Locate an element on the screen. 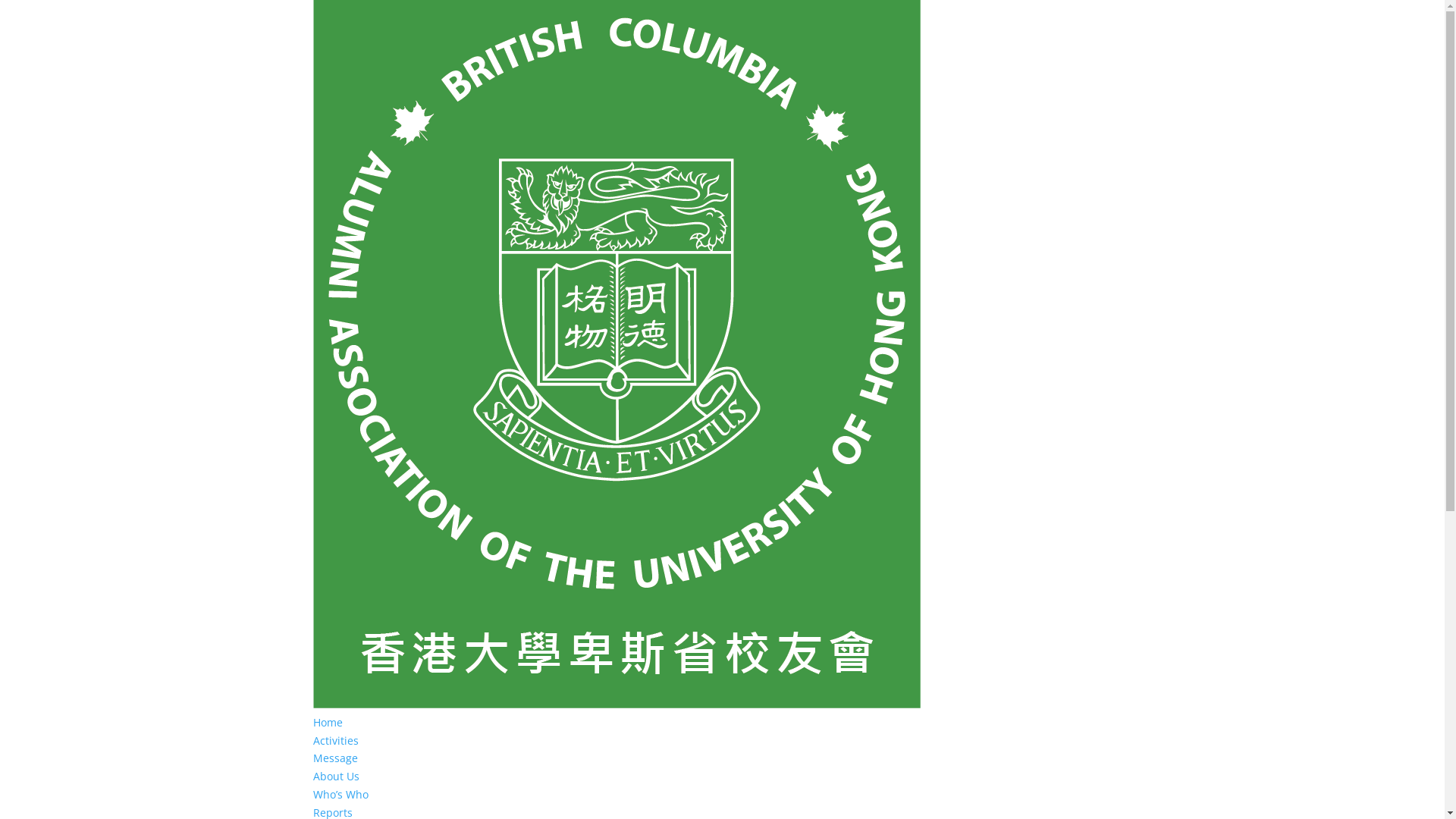 The width and height of the screenshot is (1456, 819). 'Home' is located at coordinates (326, 721).